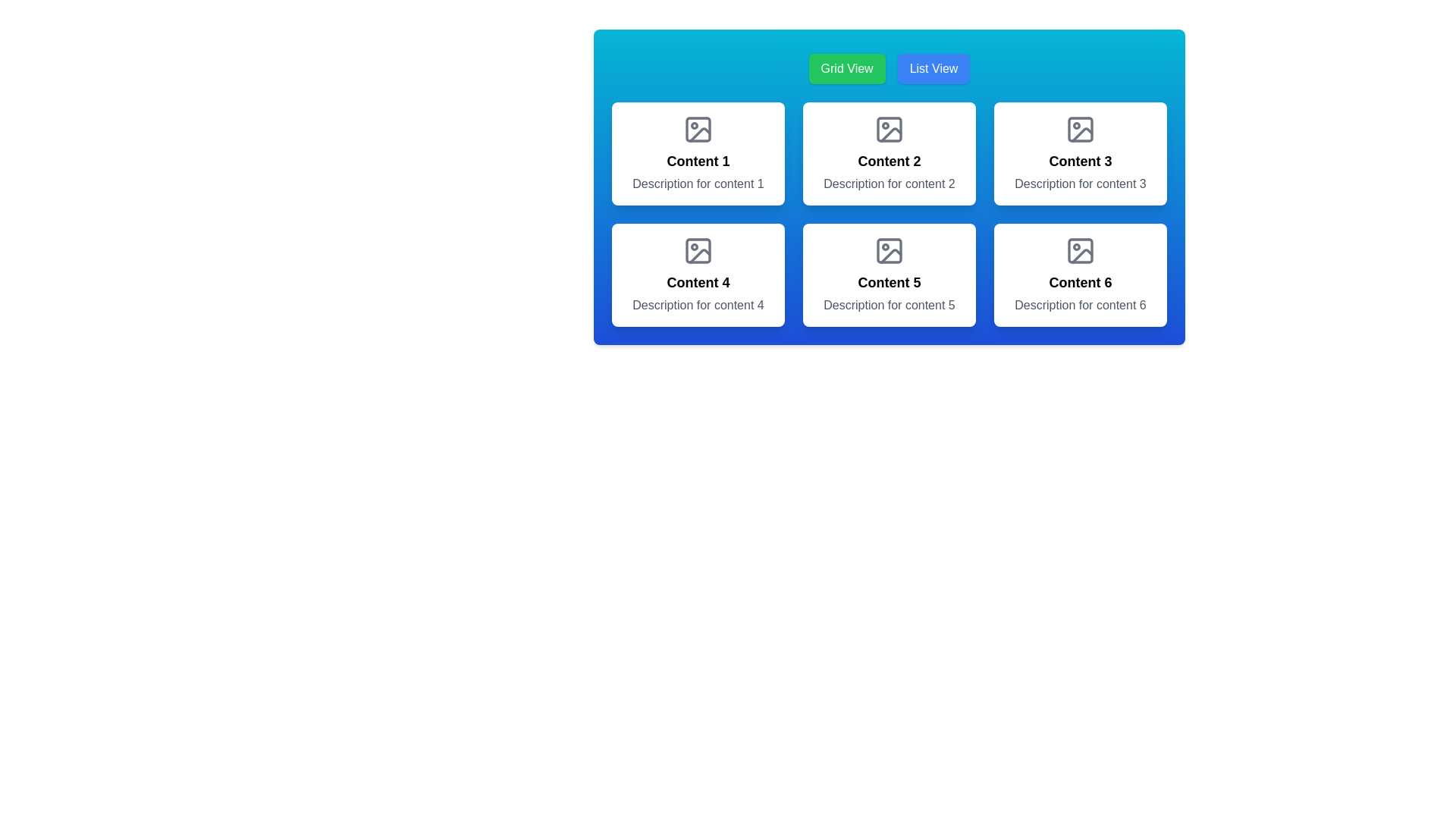 This screenshot has height=819, width=1456. What do you see at coordinates (1080, 275) in the screenshot?
I see `the icon located in the top section of the Content Card displaying 'Content 6' and 'Description for content 6'` at bounding box center [1080, 275].